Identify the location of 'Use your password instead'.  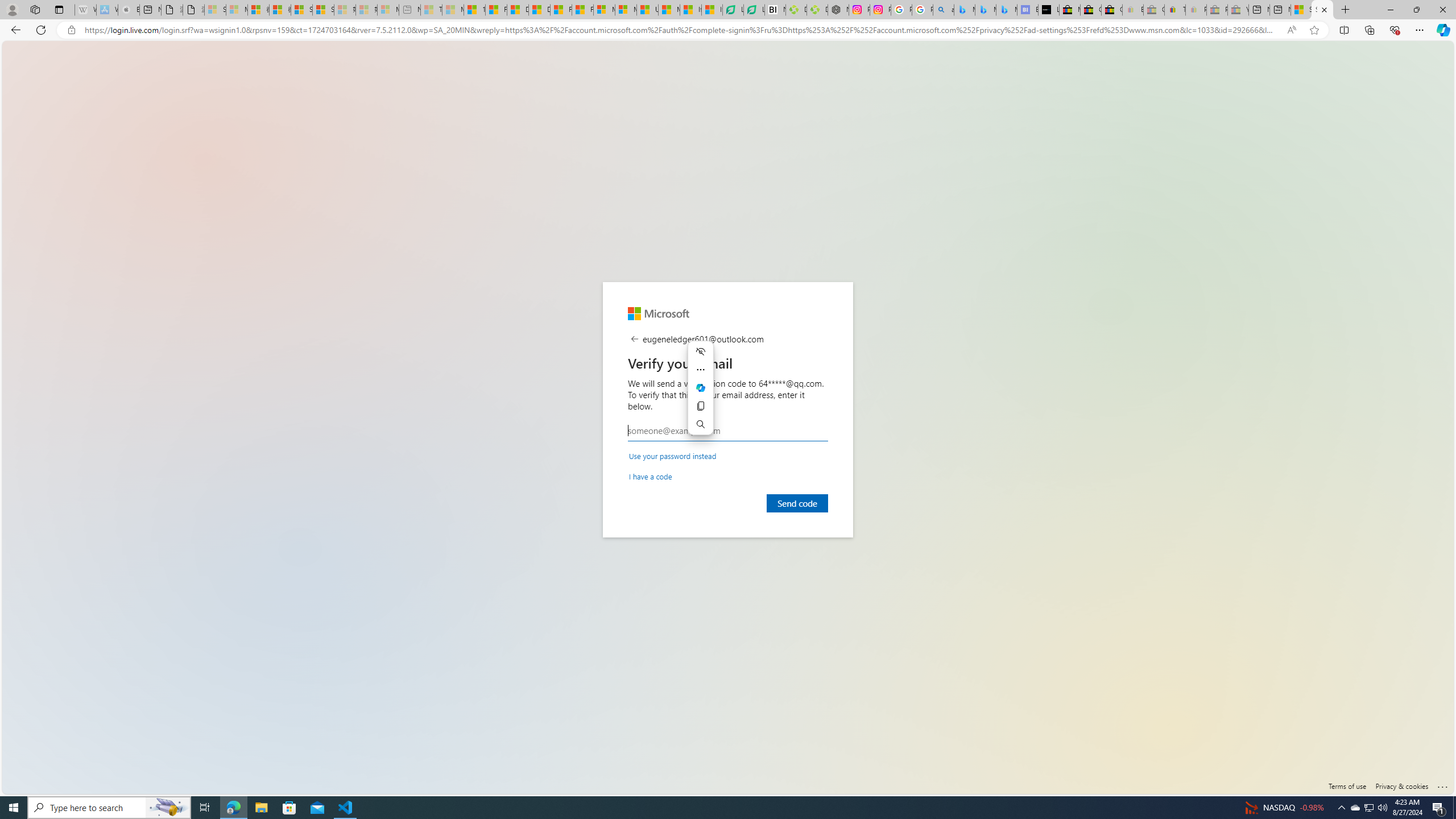
(672, 455).